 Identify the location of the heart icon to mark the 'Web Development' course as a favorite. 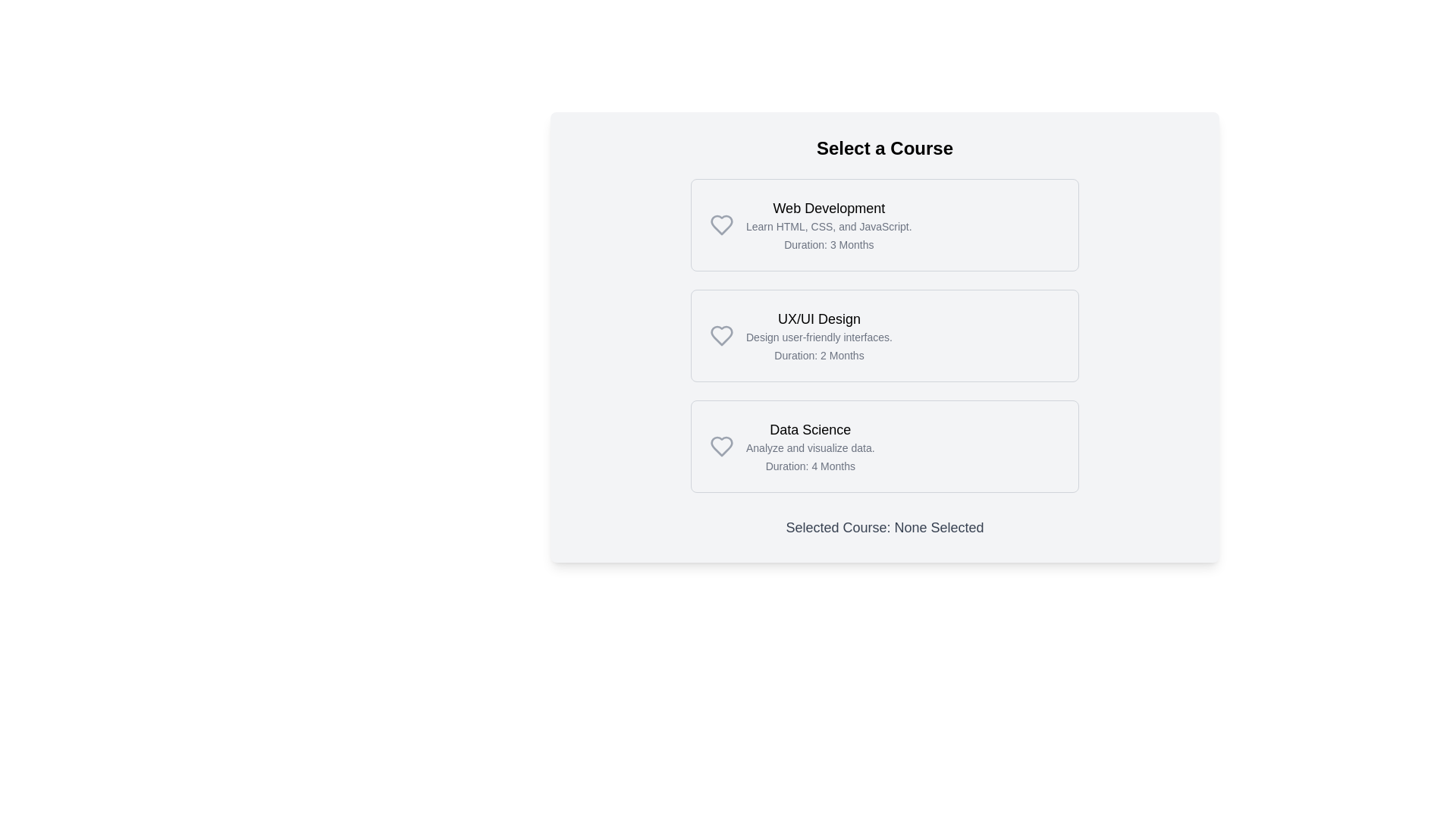
(720, 225).